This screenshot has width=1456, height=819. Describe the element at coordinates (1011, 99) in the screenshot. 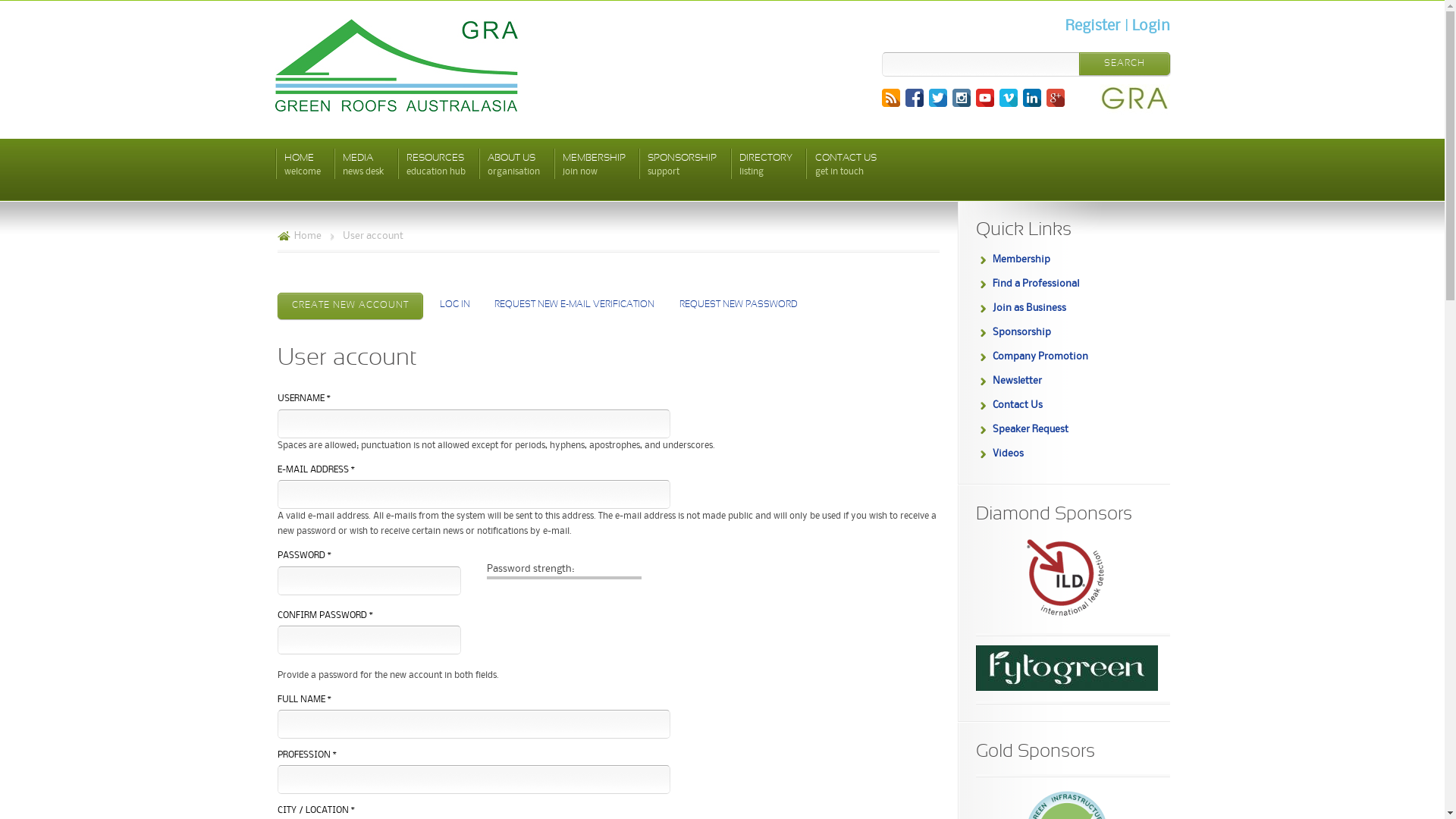

I see `'Vimeo'` at that location.